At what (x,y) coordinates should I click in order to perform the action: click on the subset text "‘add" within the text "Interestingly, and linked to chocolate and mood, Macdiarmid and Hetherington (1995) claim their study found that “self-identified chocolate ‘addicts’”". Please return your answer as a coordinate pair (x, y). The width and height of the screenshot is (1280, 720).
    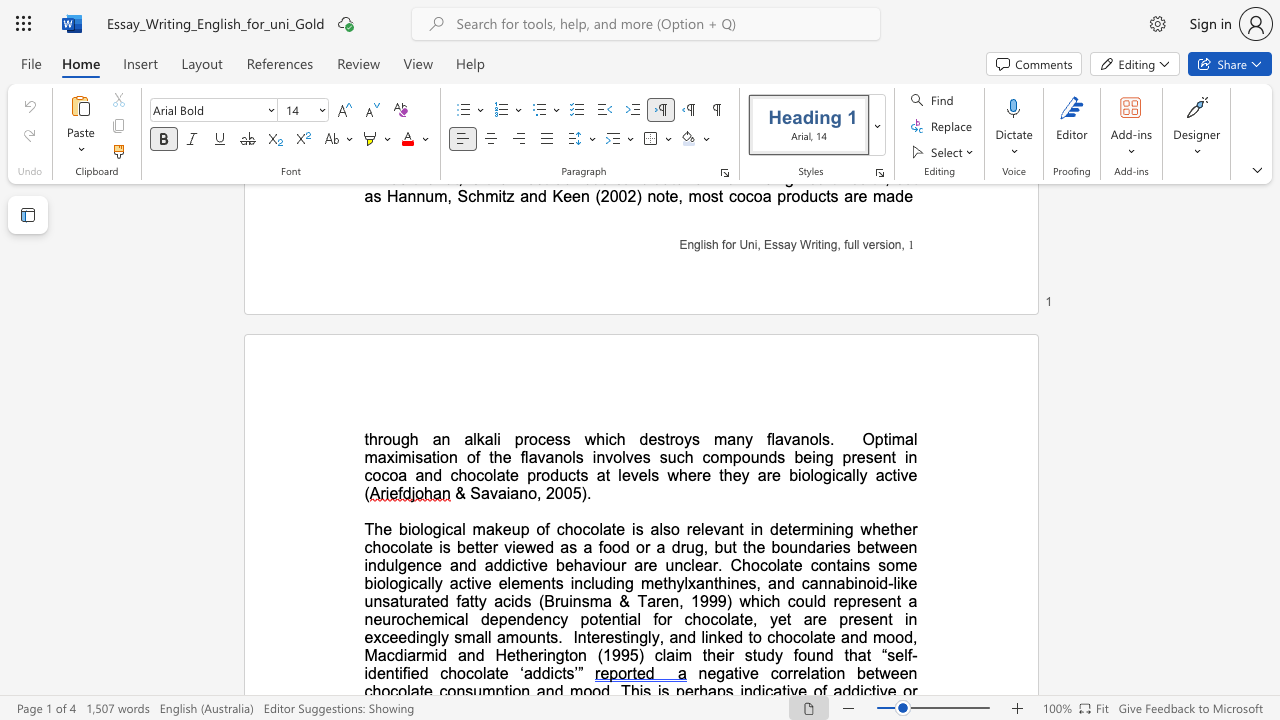
    Looking at the image, I should click on (520, 673).